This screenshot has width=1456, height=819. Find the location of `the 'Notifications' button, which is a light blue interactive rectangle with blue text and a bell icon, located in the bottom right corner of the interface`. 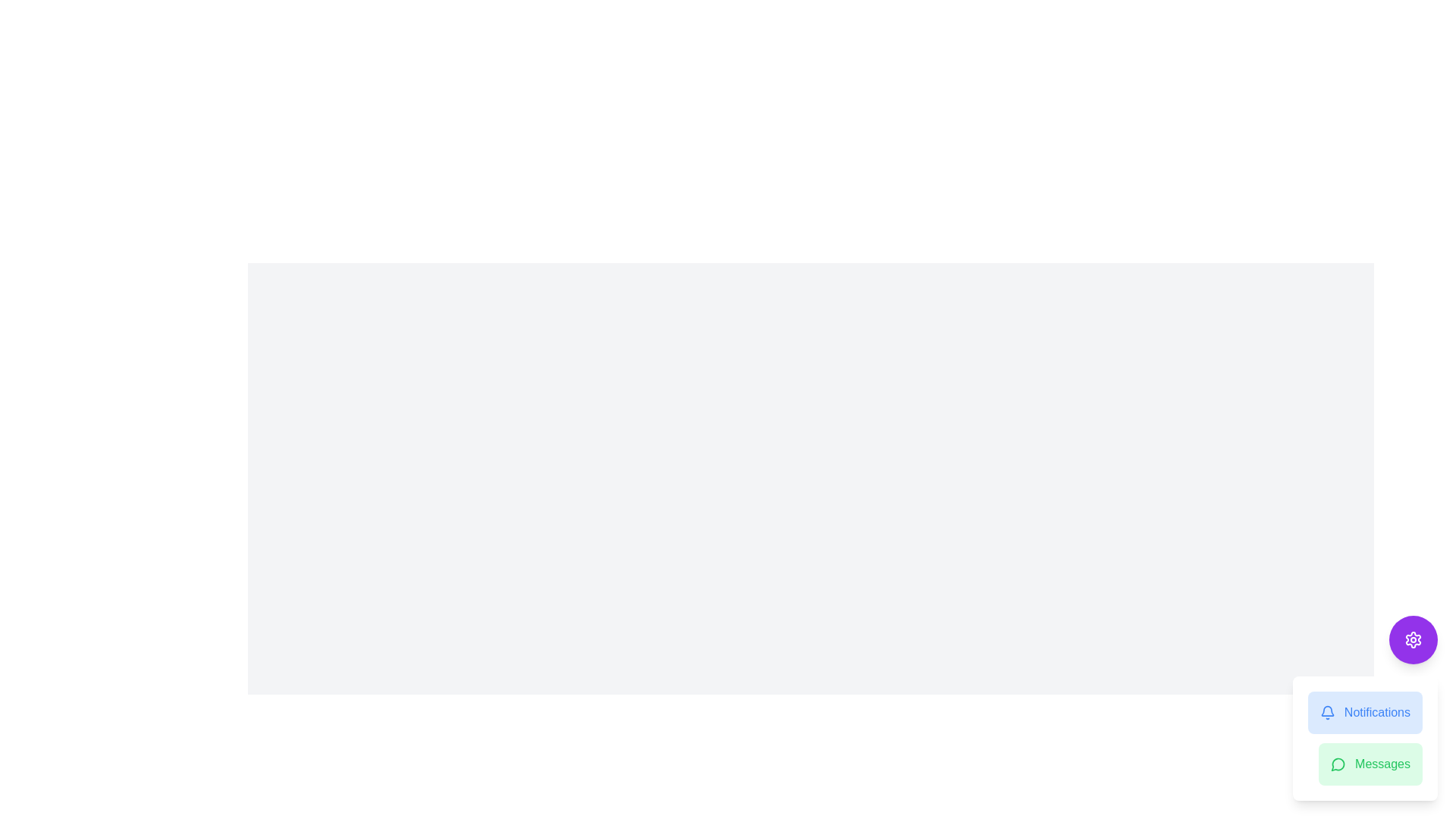

the 'Notifications' button, which is a light blue interactive rectangle with blue text and a bell icon, located in the bottom right corner of the interface is located at coordinates (1365, 708).